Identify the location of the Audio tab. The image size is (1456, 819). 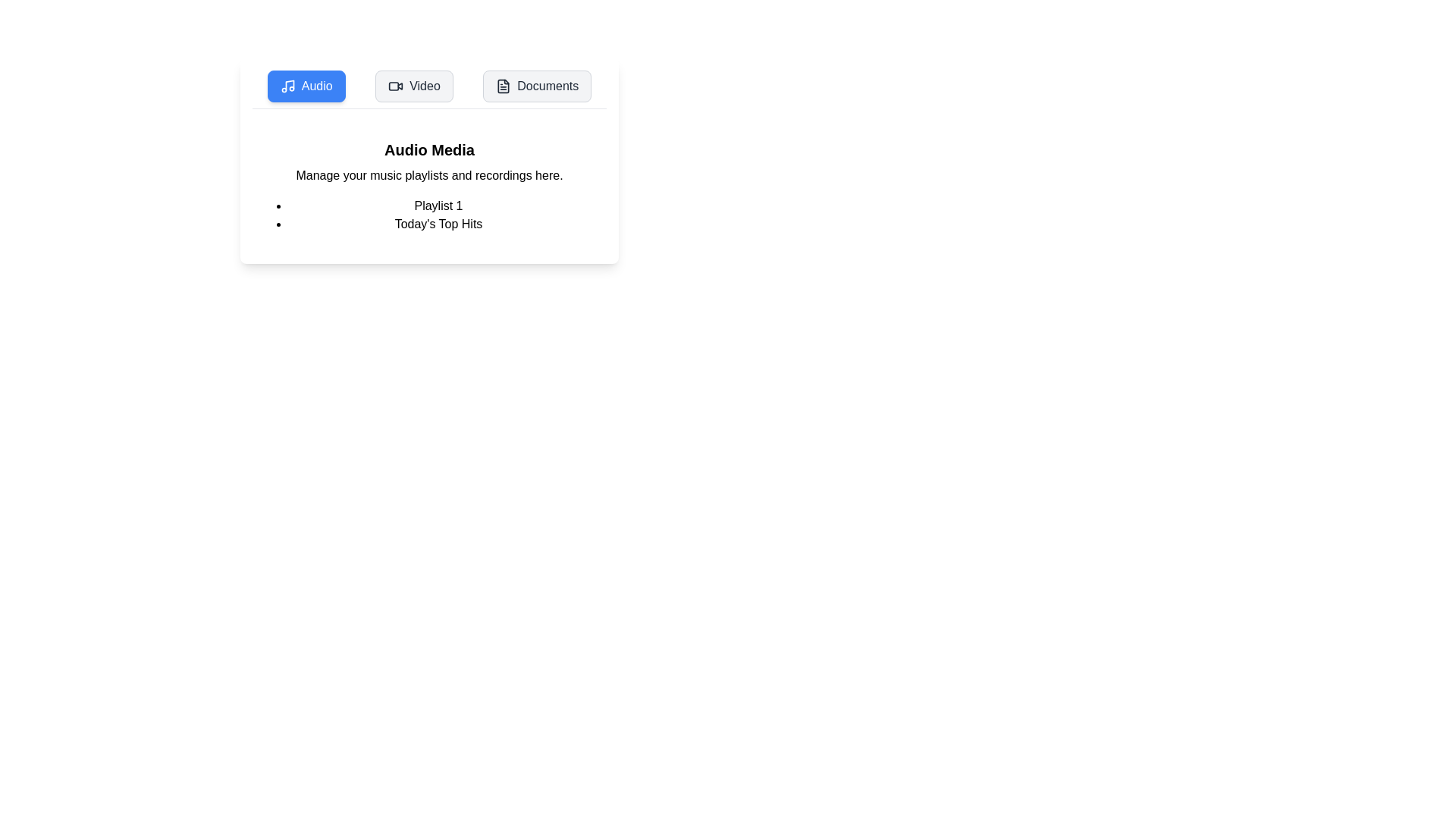
(305, 86).